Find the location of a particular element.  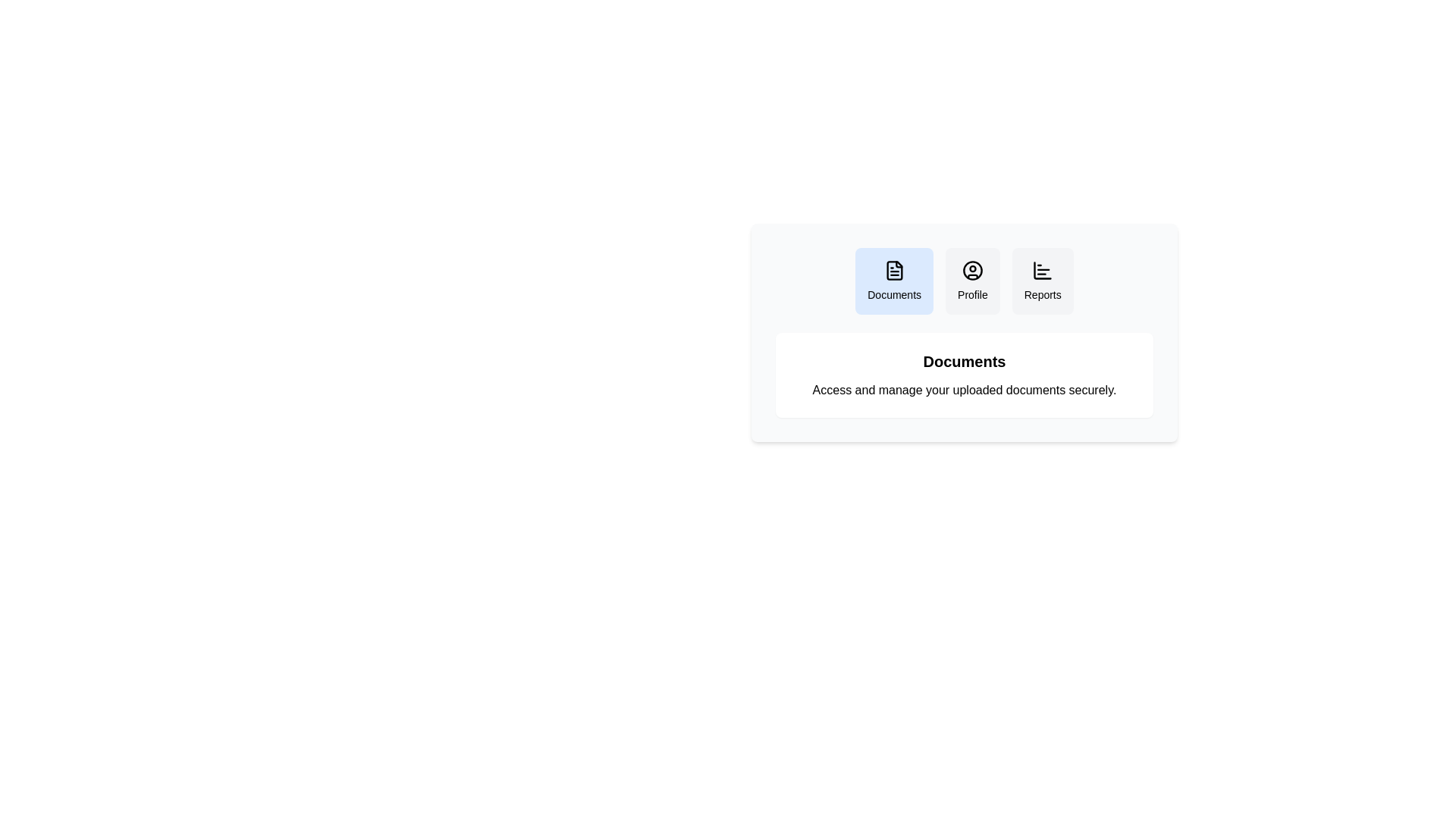

the Reports tab is located at coordinates (1042, 281).